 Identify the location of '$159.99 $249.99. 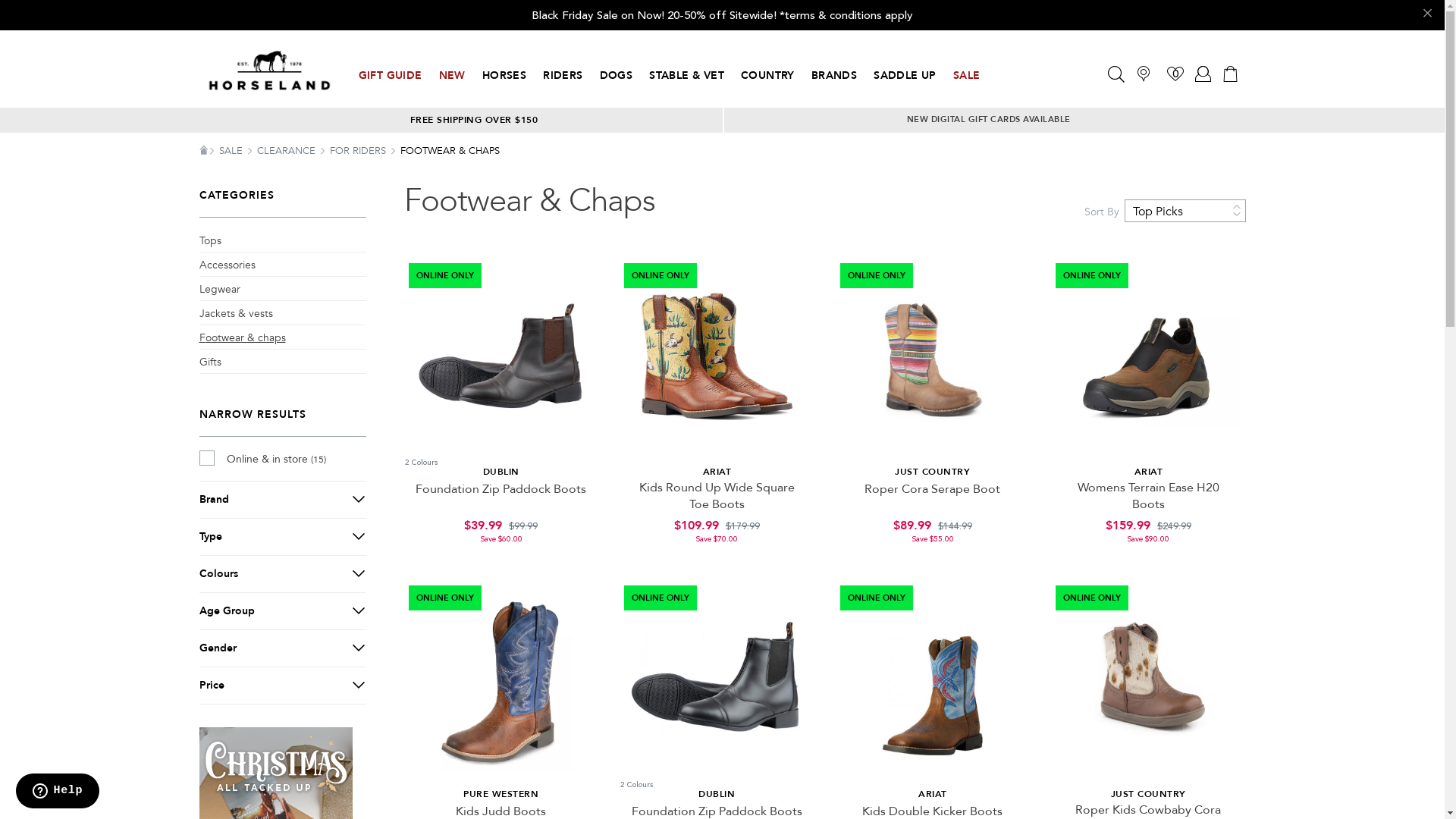
(1148, 529).